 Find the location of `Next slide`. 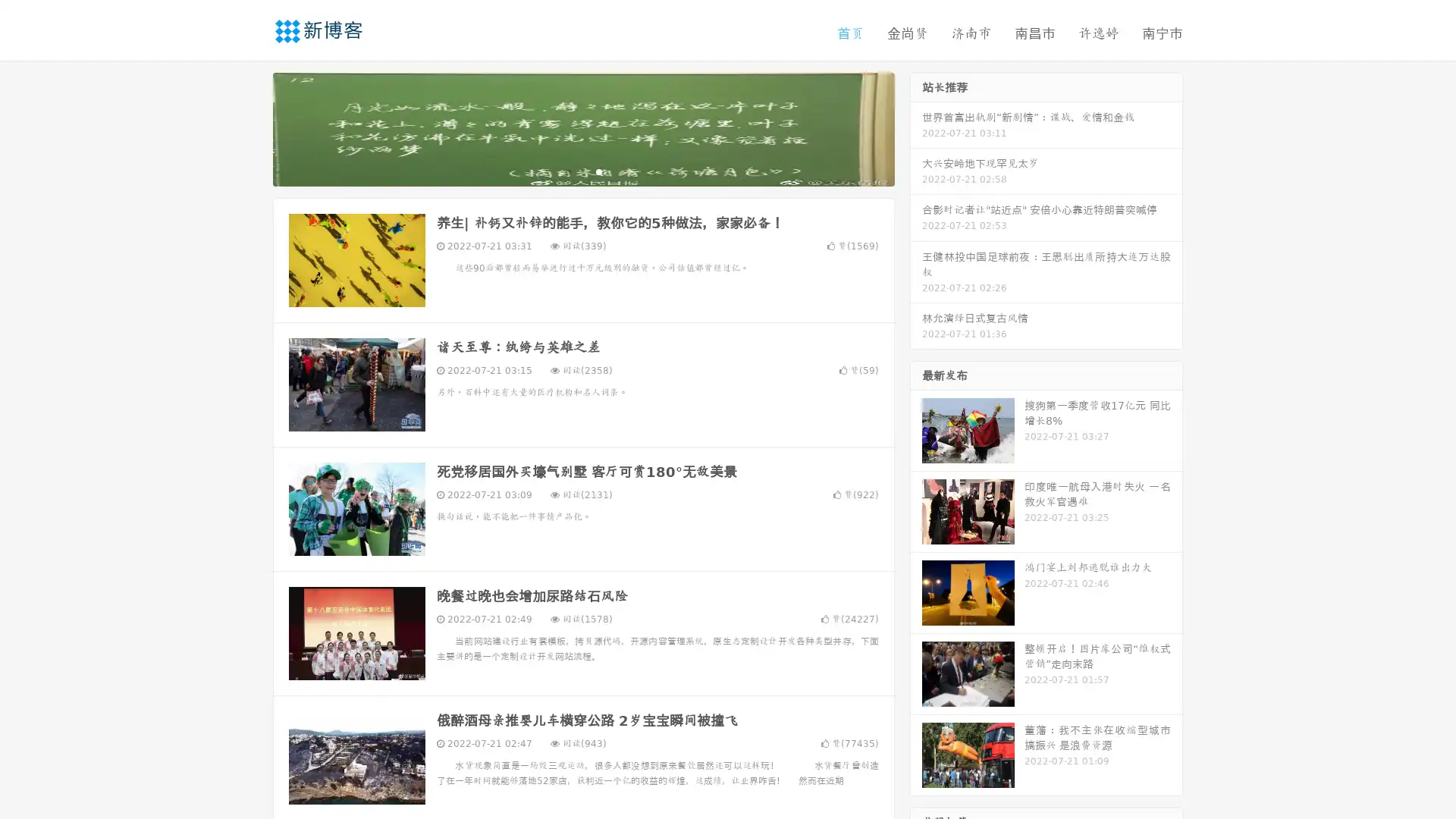

Next slide is located at coordinates (916, 127).